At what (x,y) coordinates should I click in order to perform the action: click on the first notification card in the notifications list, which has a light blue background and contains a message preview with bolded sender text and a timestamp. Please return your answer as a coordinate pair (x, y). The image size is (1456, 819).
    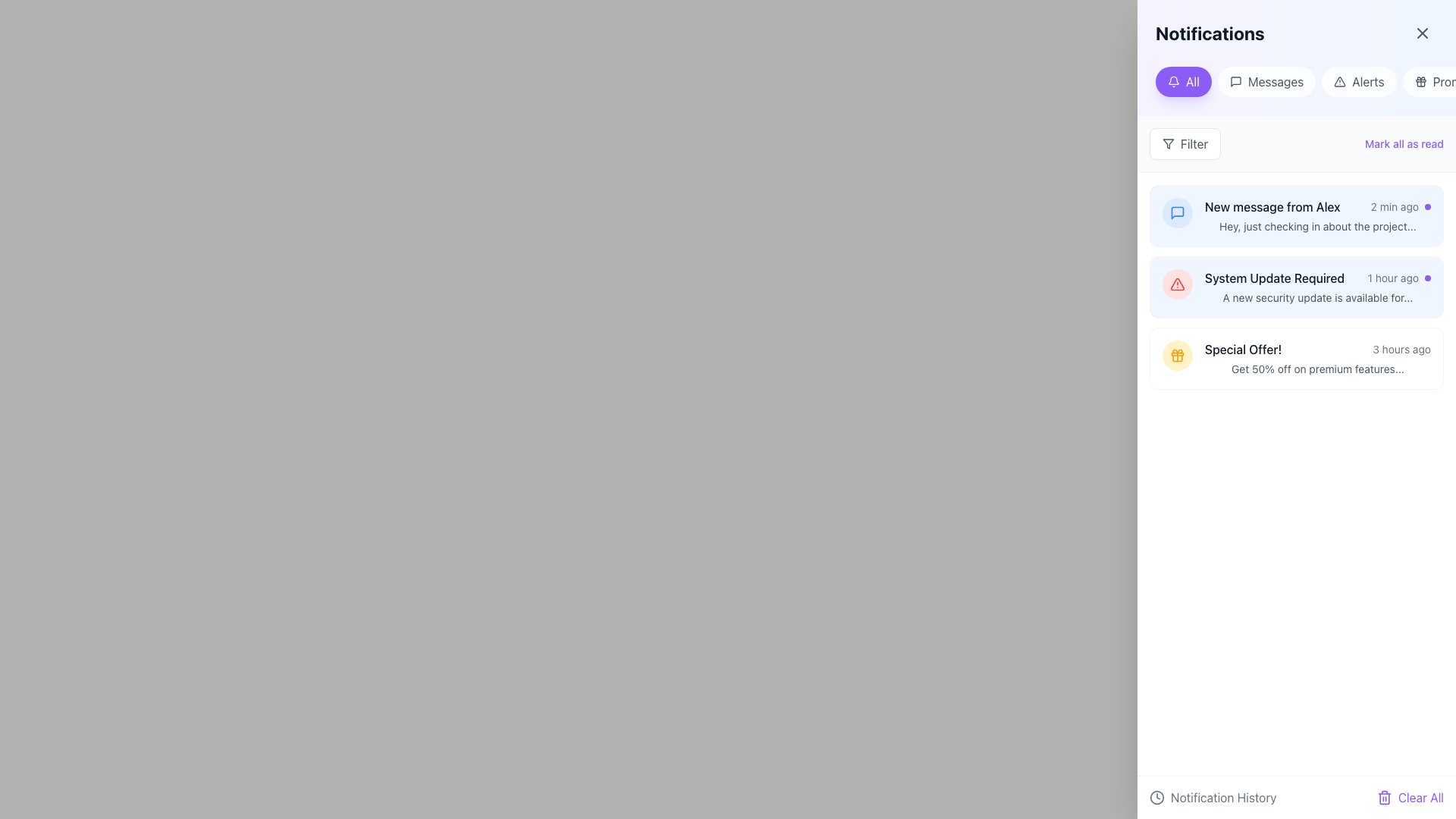
    Looking at the image, I should click on (1295, 216).